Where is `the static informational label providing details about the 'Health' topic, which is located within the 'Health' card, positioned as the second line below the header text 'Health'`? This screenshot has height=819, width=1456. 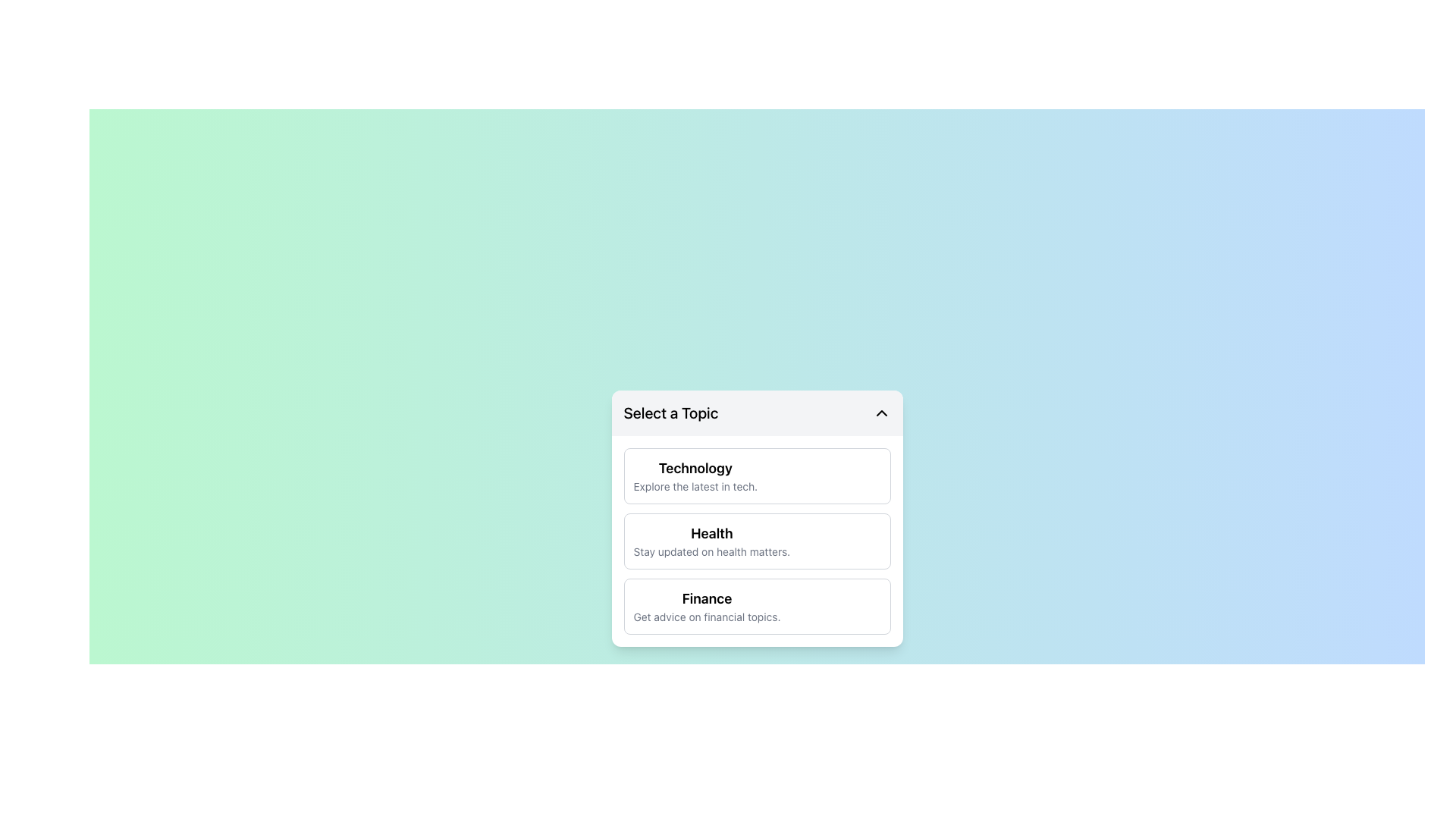 the static informational label providing details about the 'Health' topic, which is located within the 'Health' card, positioned as the second line below the header text 'Health' is located at coordinates (711, 552).